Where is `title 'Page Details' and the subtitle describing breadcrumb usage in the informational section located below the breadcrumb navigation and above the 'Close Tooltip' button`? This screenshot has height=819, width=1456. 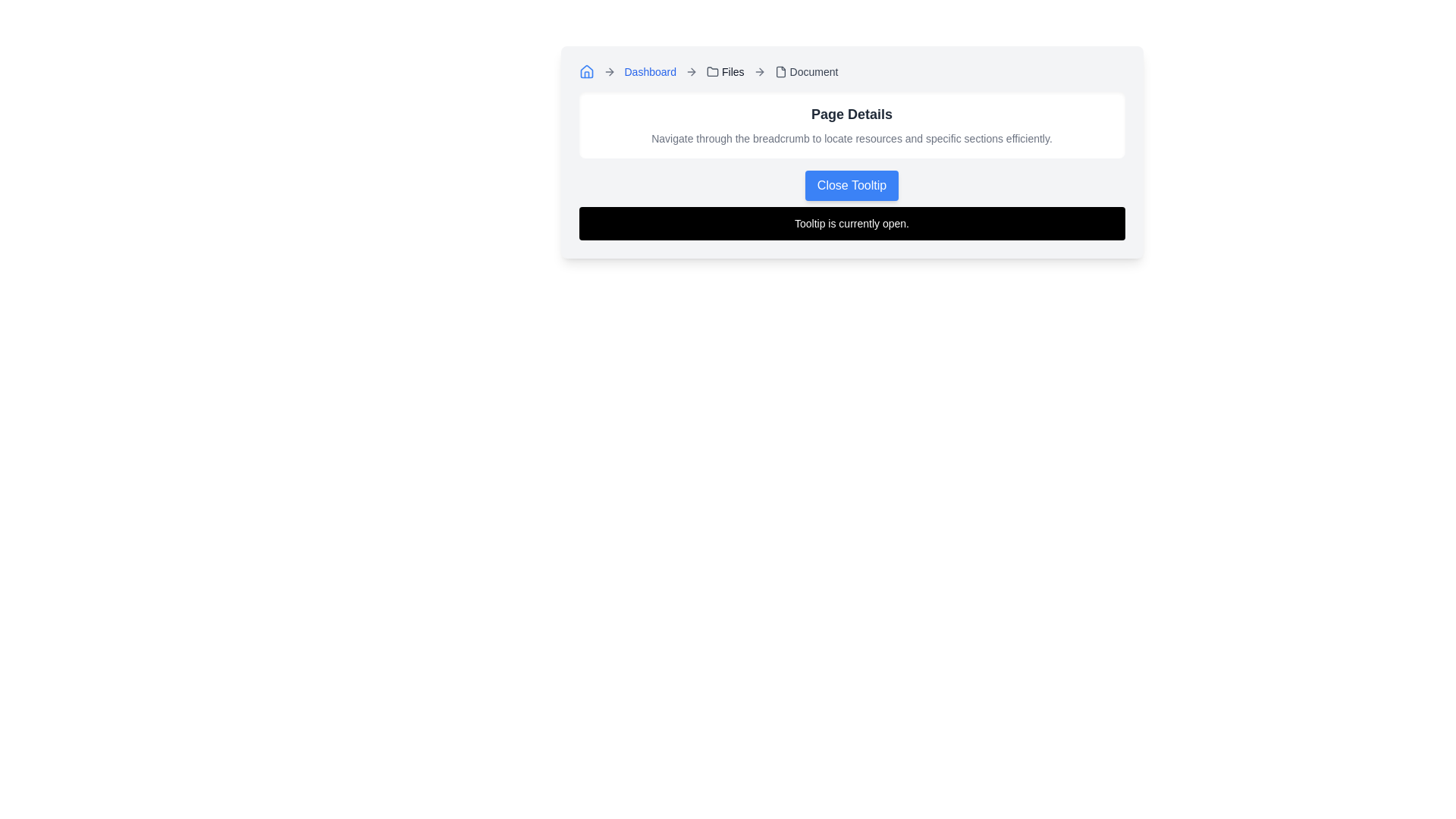 title 'Page Details' and the subtitle describing breadcrumb usage in the informational section located below the breadcrumb navigation and above the 'Close Tooltip' button is located at coordinates (852, 124).